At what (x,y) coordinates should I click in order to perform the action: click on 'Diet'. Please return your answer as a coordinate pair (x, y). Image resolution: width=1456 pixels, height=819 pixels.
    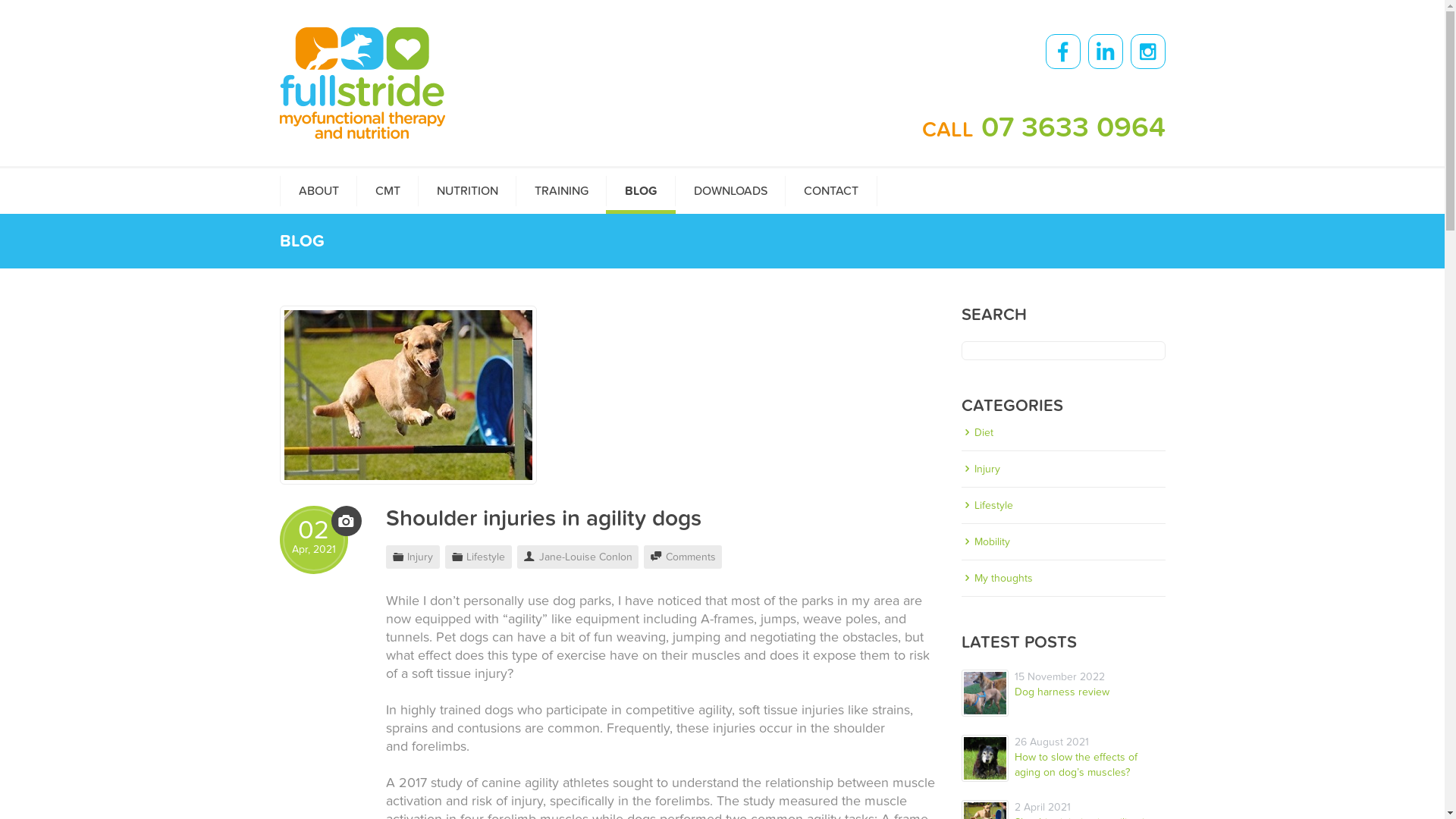
    Looking at the image, I should click on (1062, 432).